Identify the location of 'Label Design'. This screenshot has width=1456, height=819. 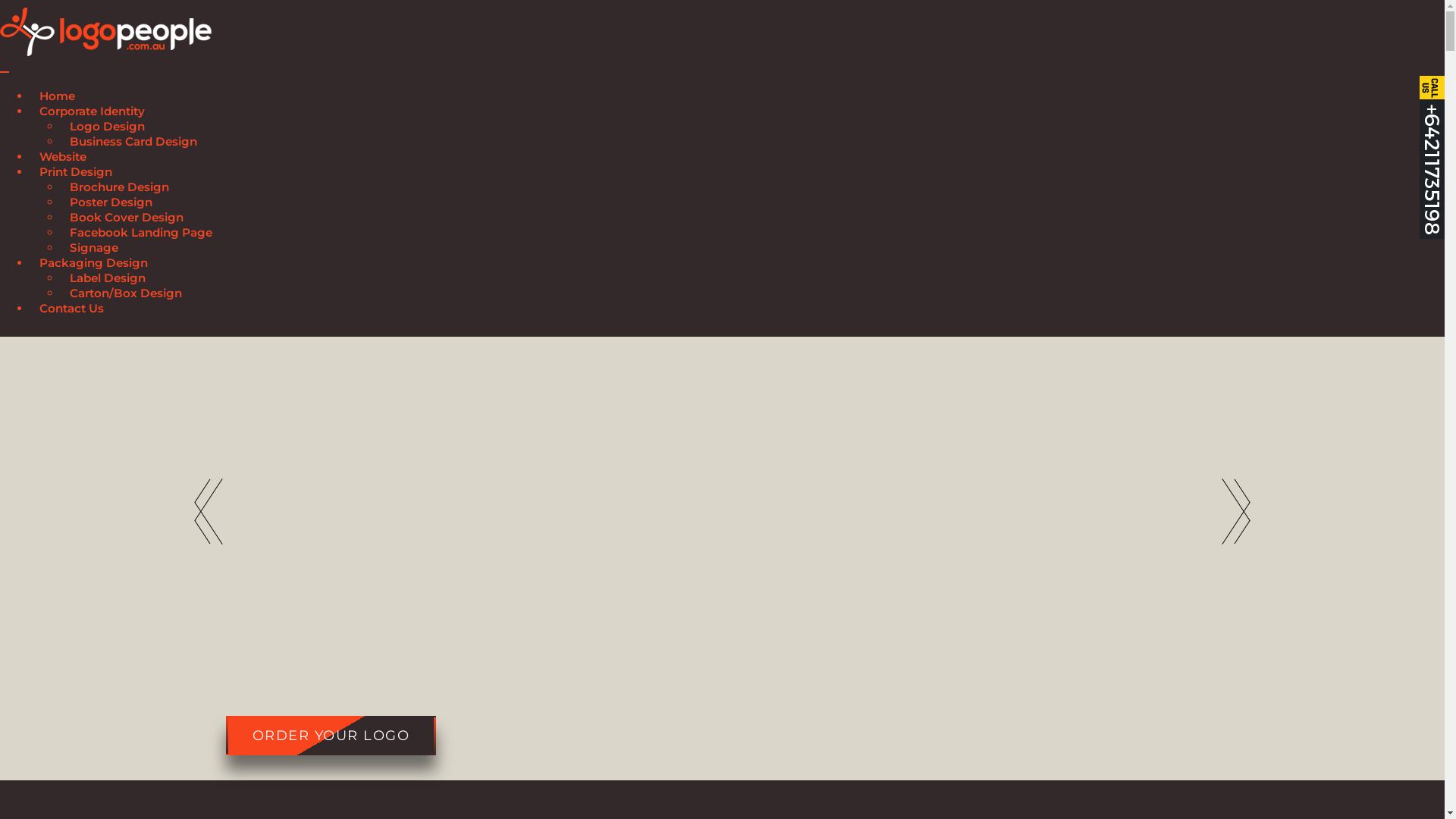
(107, 280).